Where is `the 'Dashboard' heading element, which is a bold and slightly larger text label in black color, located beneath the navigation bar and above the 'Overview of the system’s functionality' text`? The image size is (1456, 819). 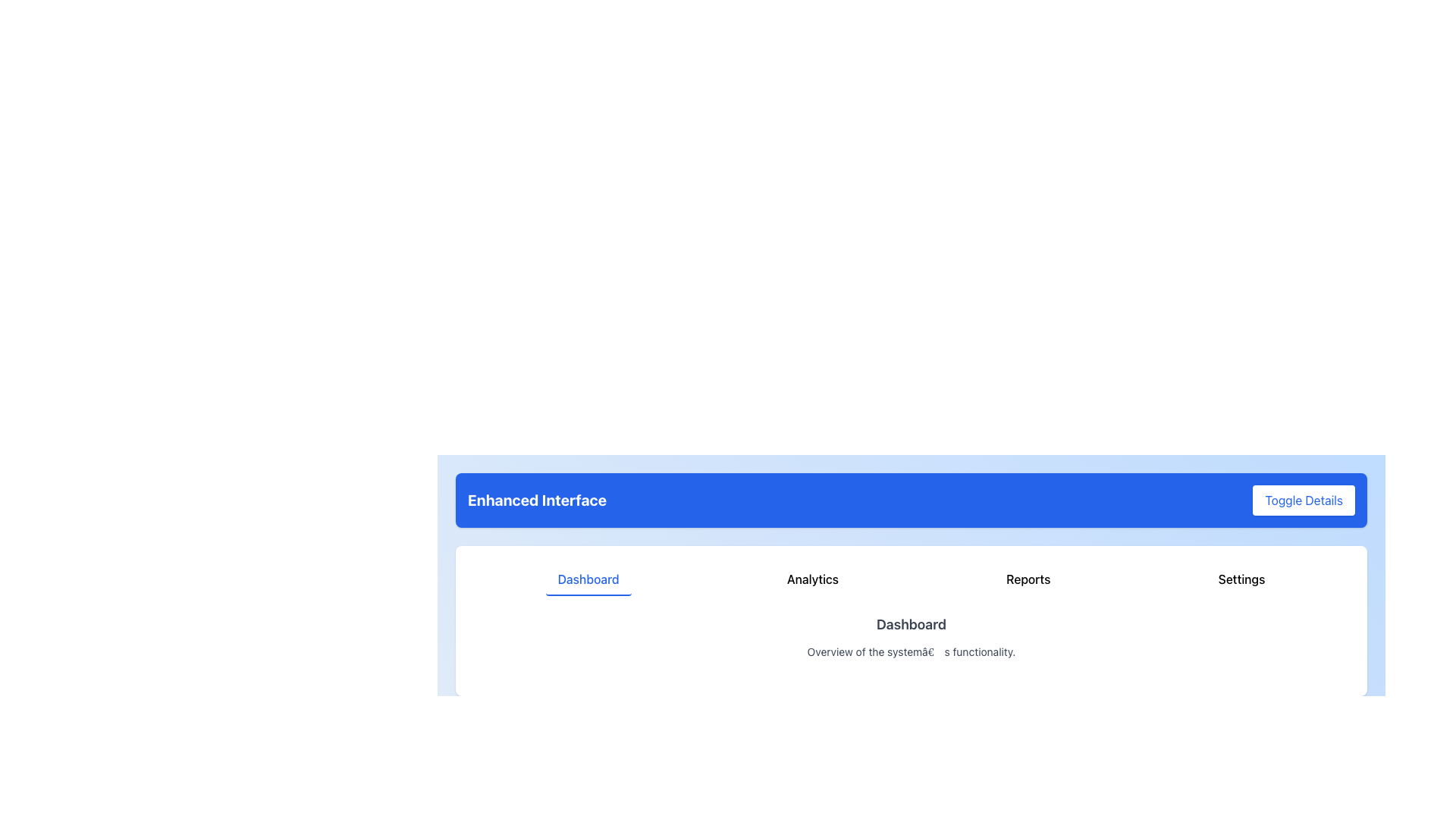 the 'Dashboard' heading element, which is a bold and slightly larger text label in black color, located beneath the navigation bar and above the 'Overview of the system’s functionality' text is located at coordinates (910, 625).